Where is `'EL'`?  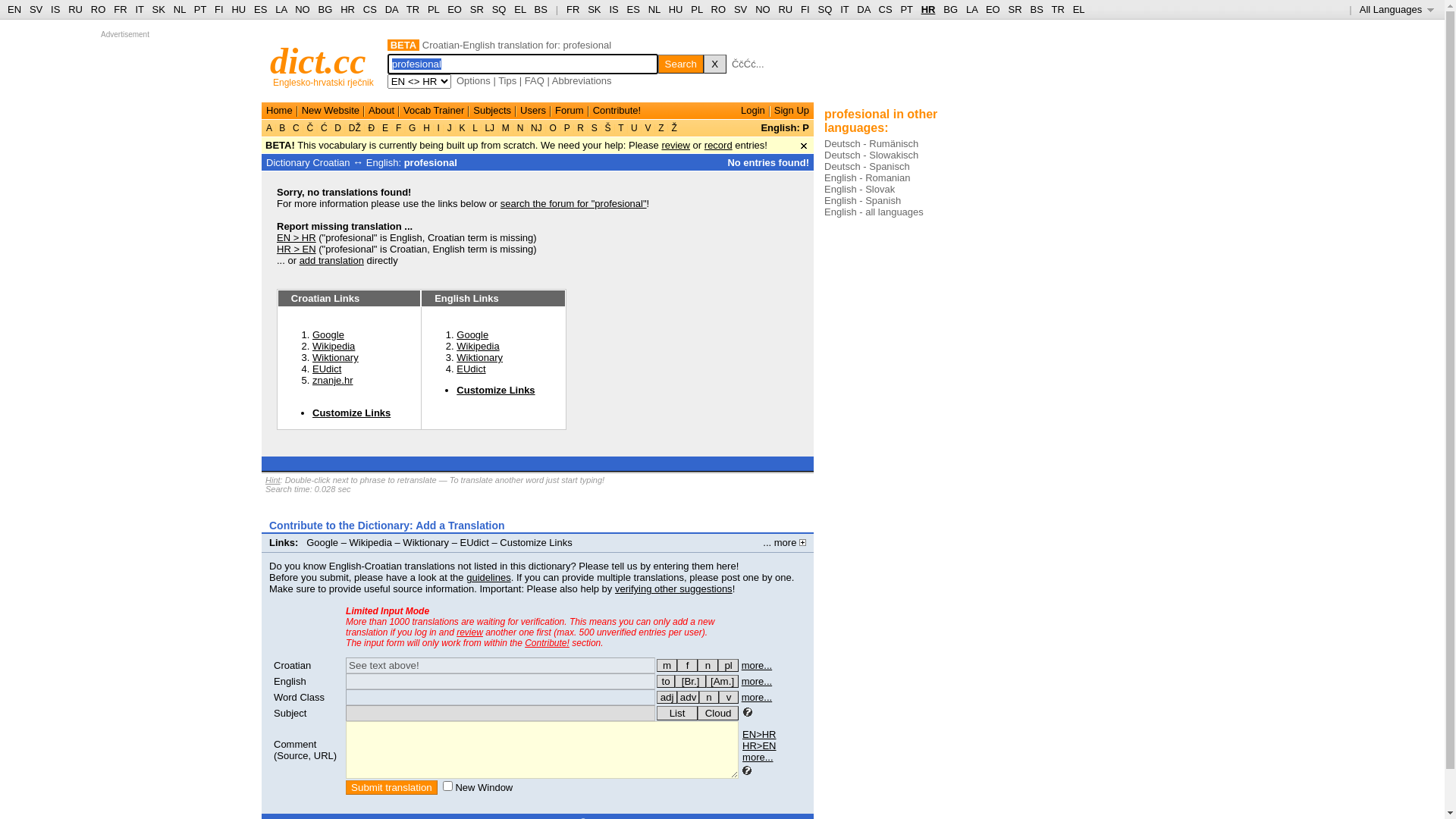
'EL' is located at coordinates (519, 9).